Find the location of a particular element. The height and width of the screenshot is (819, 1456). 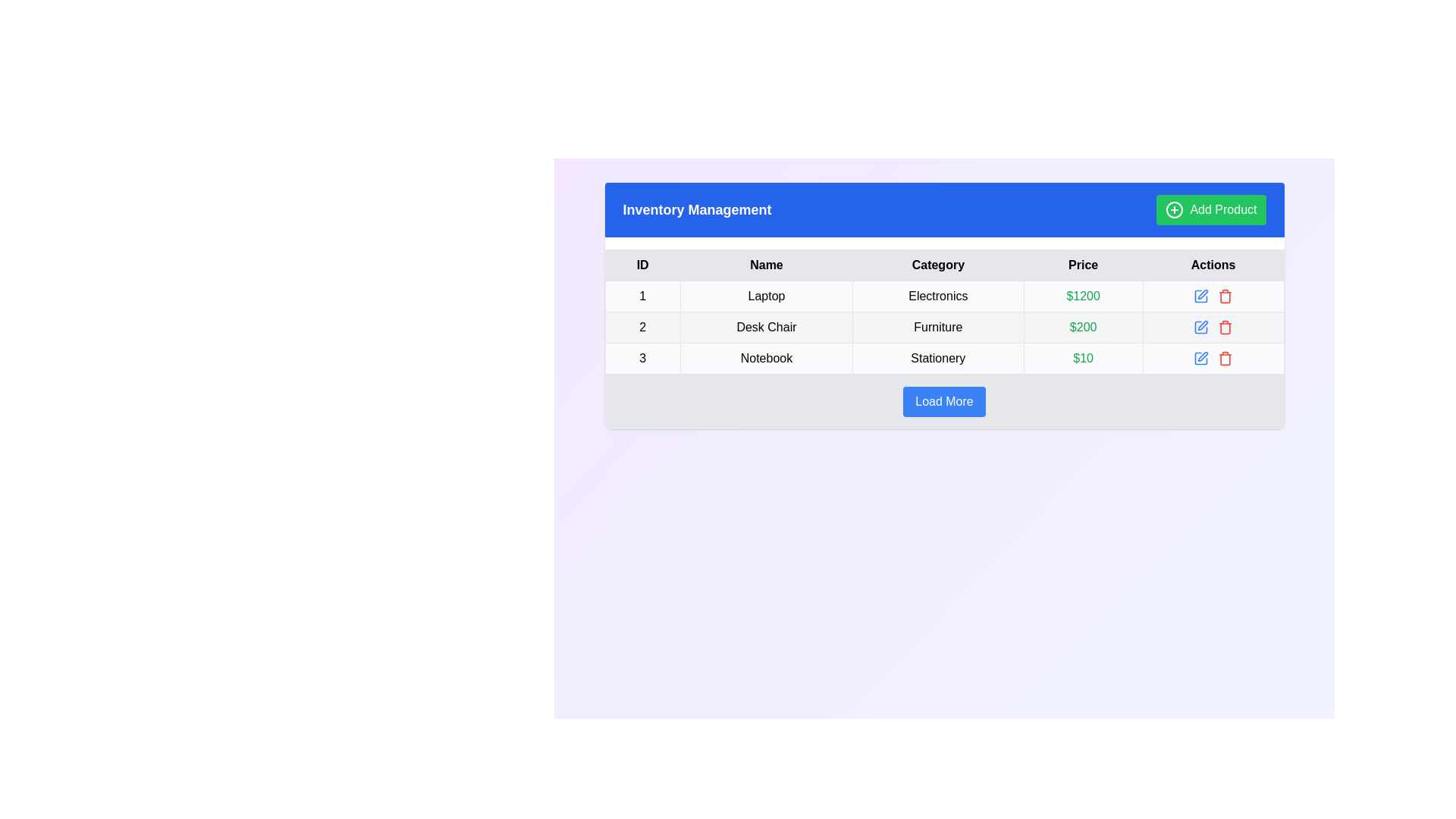

the Table Header Row which contains the labels 'ID', 'Name', 'Category', 'Price', and 'Actions' in light gray, located beneath the 'Inventory Management' title is located at coordinates (943, 265).